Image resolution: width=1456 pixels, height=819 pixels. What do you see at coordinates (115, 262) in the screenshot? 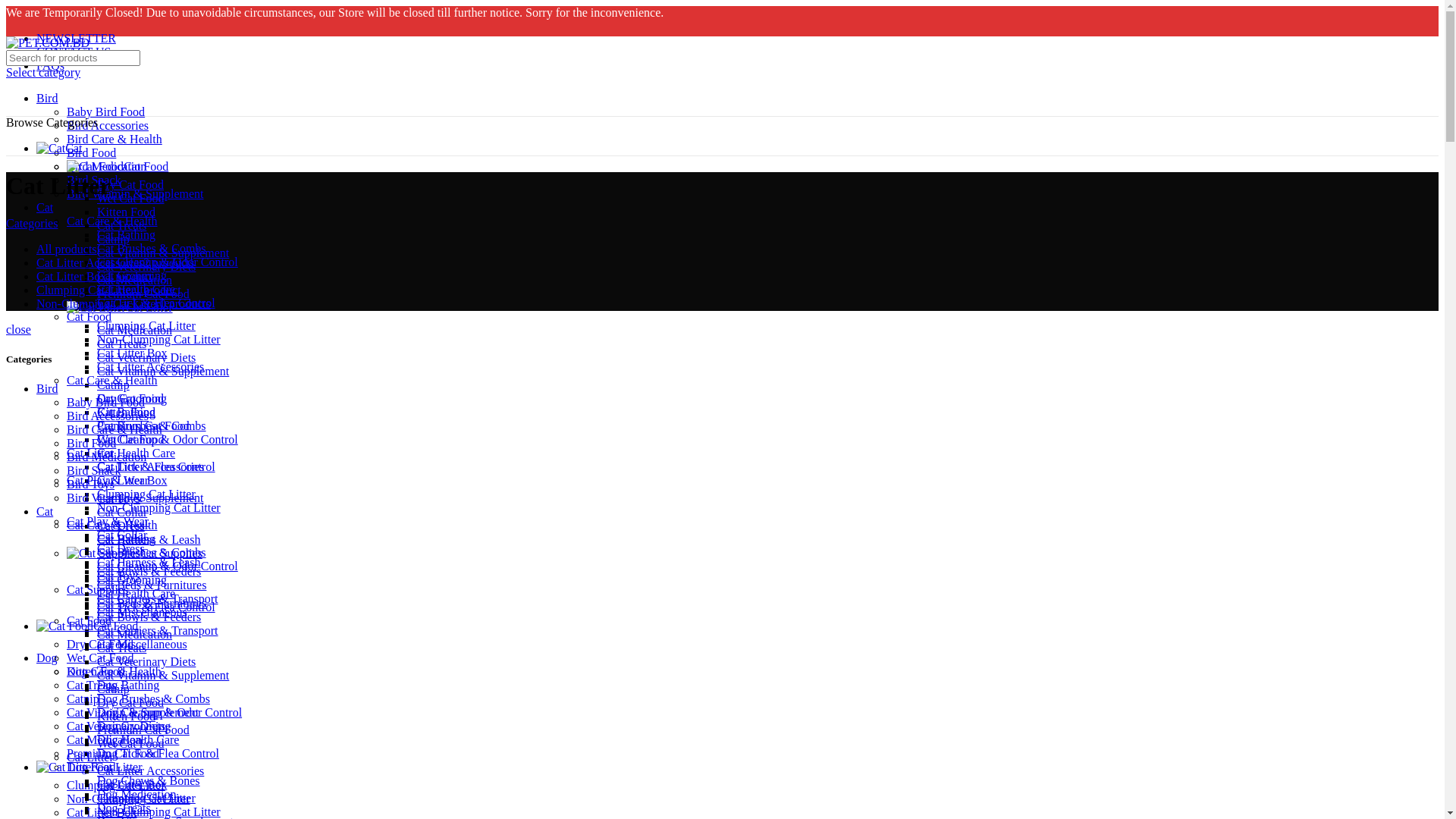
I see `'Cat Litter Accessories2 products'` at bounding box center [115, 262].